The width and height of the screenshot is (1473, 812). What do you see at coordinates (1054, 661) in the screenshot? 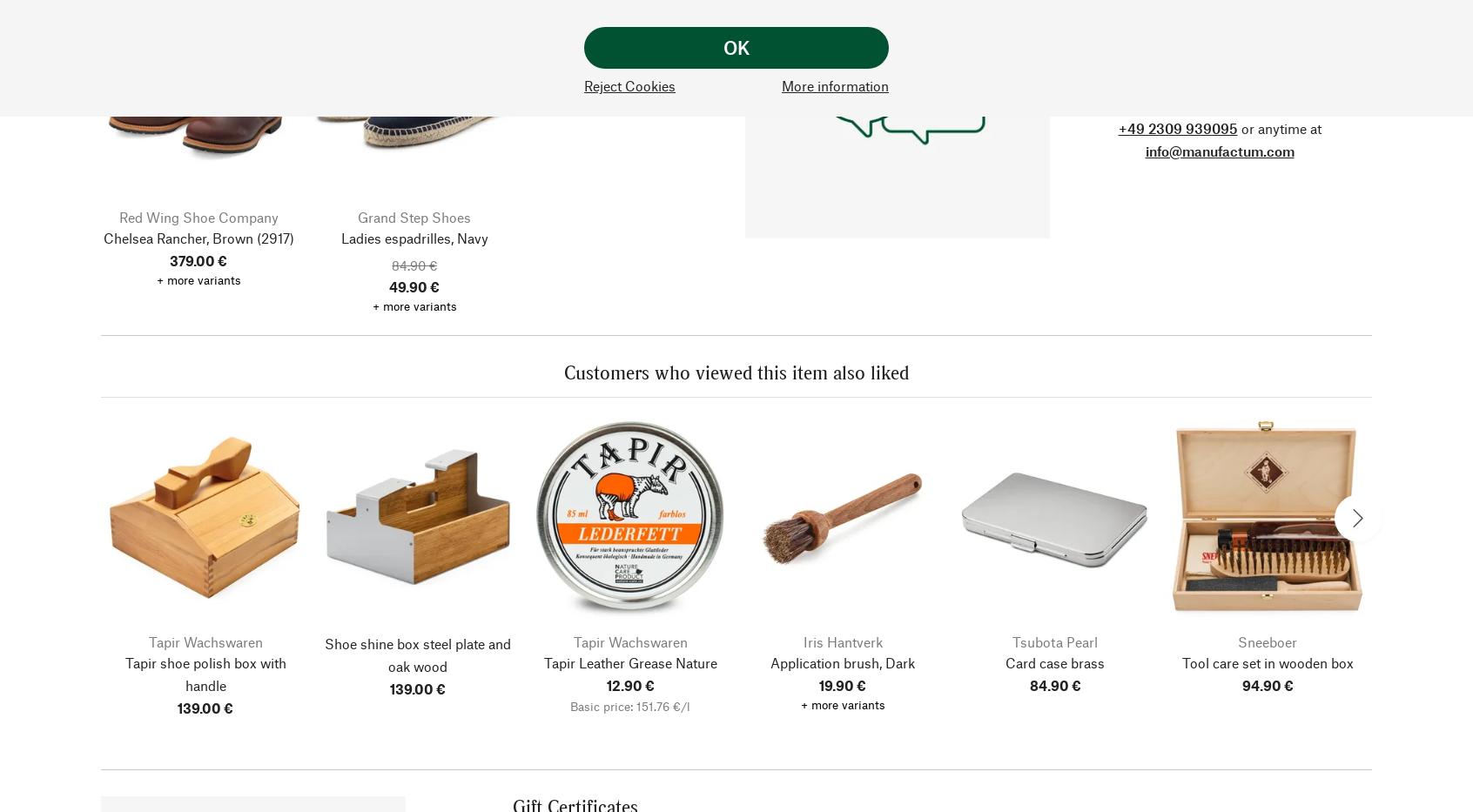
I see `'Card case brass'` at bounding box center [1054, 661].